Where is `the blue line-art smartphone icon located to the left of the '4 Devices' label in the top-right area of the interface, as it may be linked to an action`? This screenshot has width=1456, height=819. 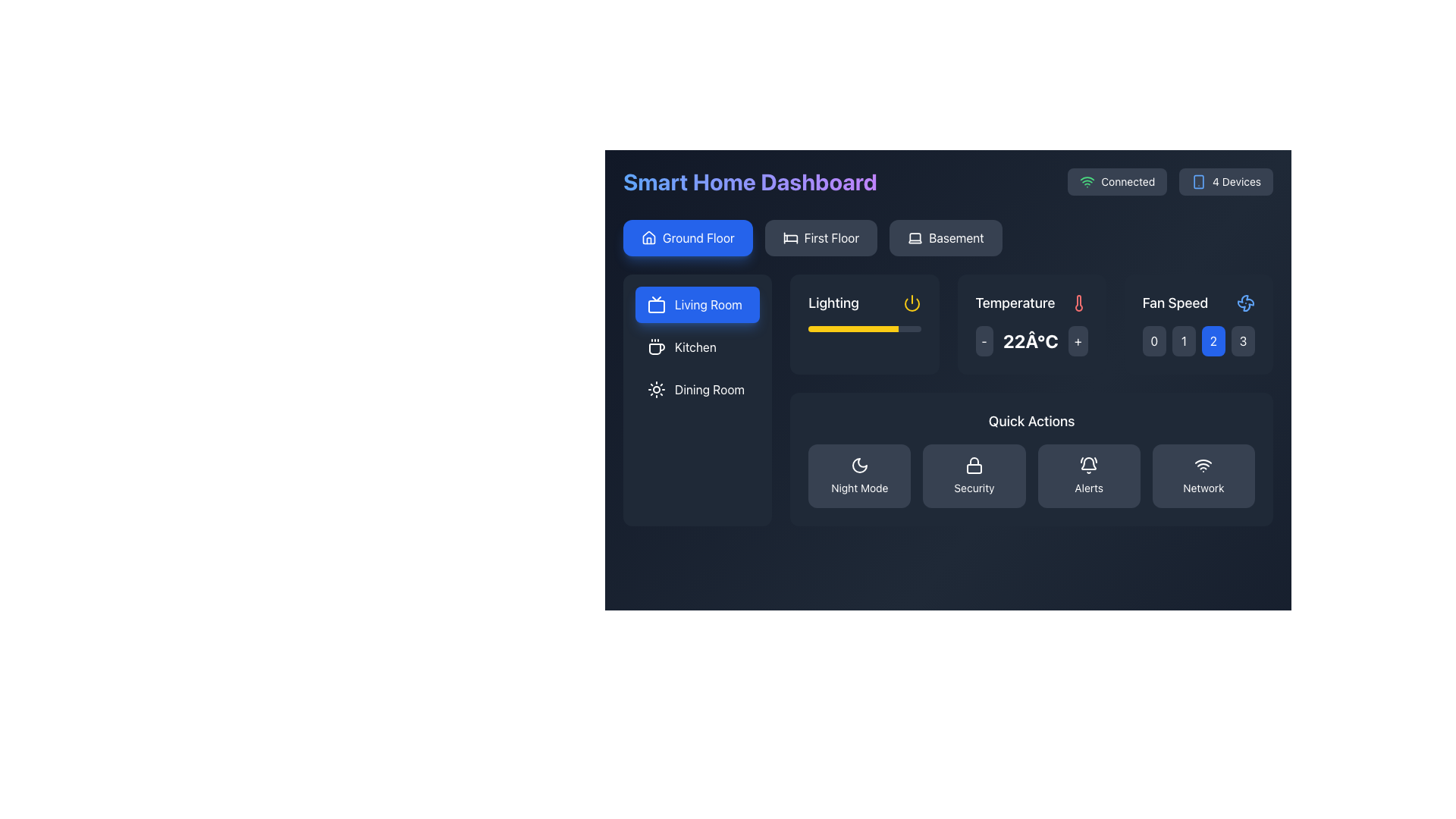
the blue line-art smartphone icon located to the left of the '4 Devices' label in the top-right area of the interface, as it may be linked to an action is located at coordinates (1198, 180).